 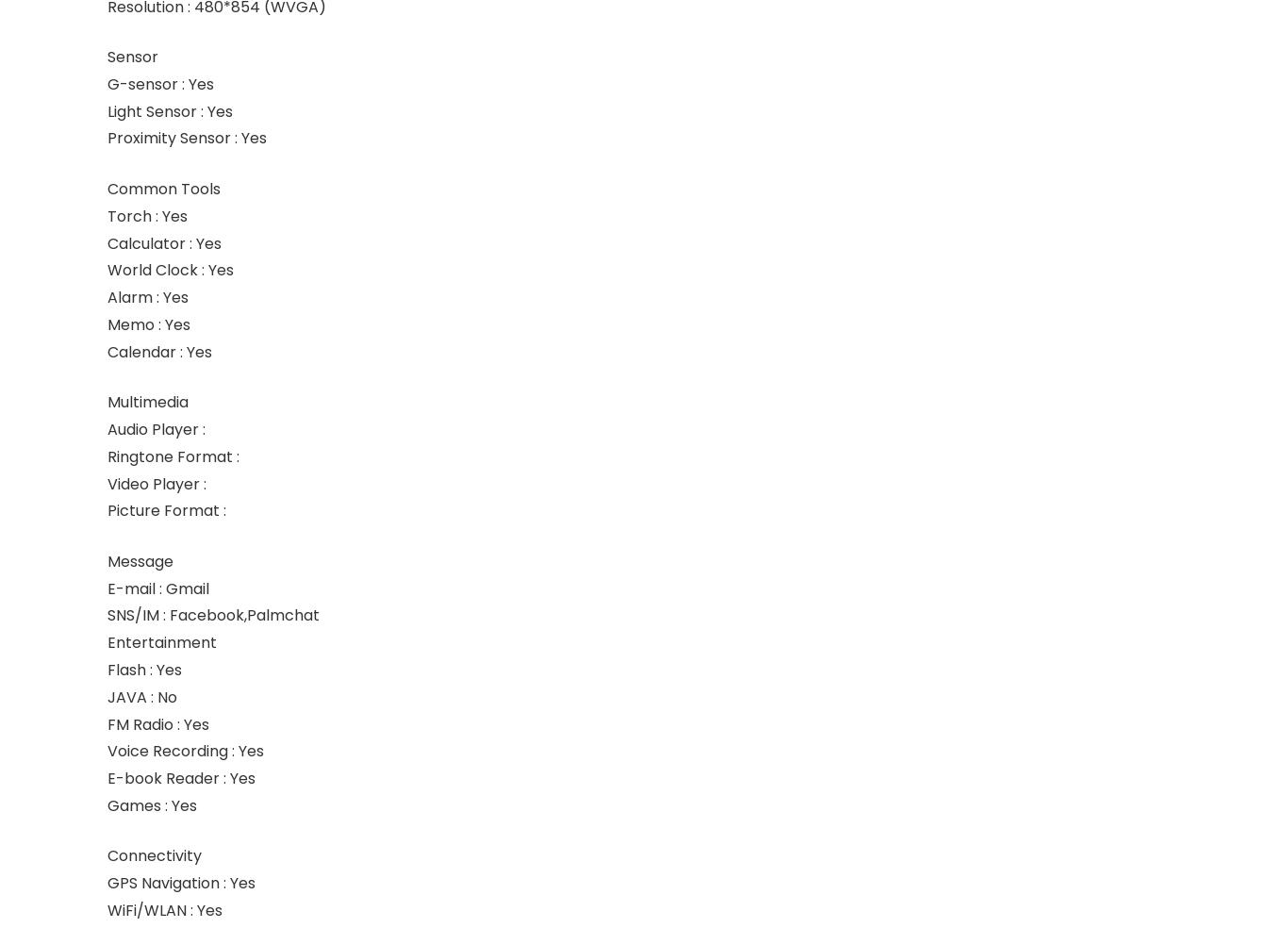 What do you see at coordinates (163, 188) in the screenshot?
I see `'Common Tools'` at bounding box center [163, 188].